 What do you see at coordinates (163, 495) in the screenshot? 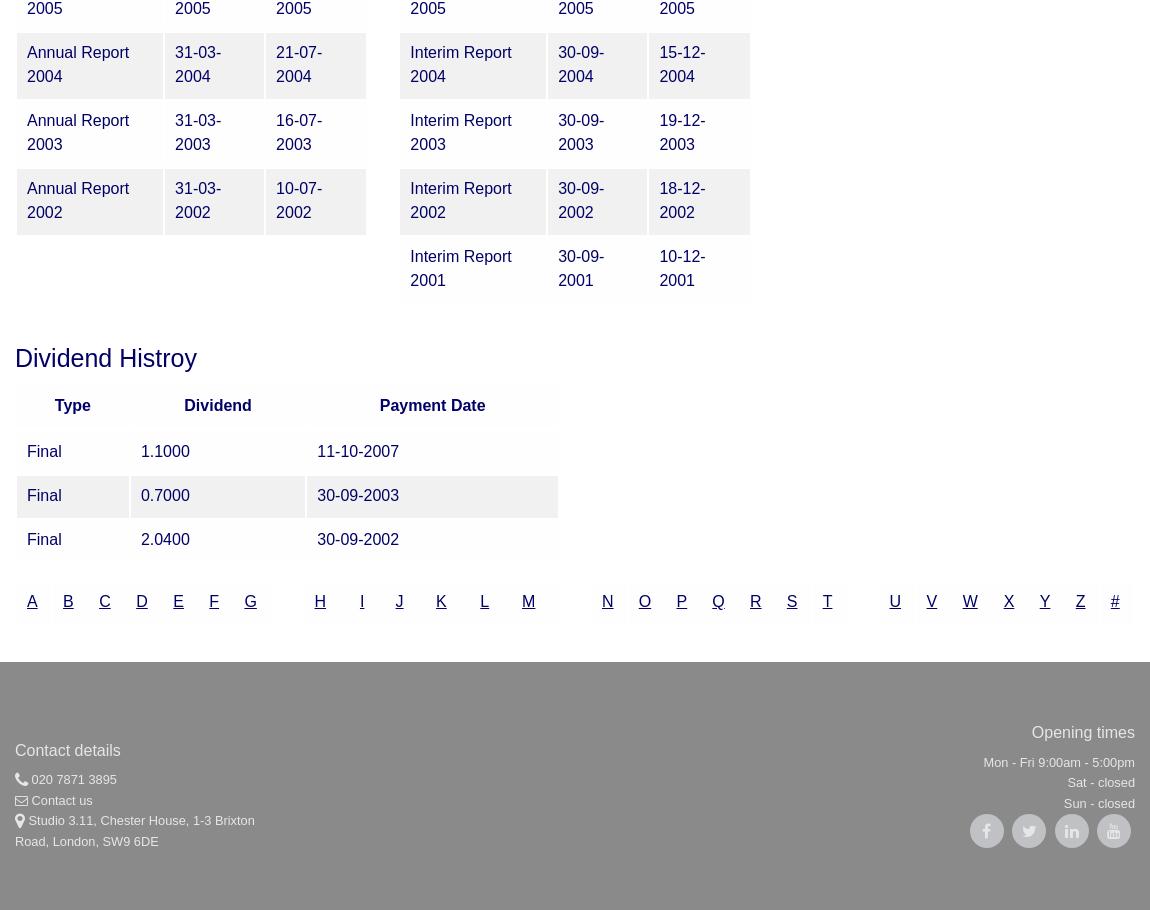
I see `'0.7000'` at bounding box center [163, 495].